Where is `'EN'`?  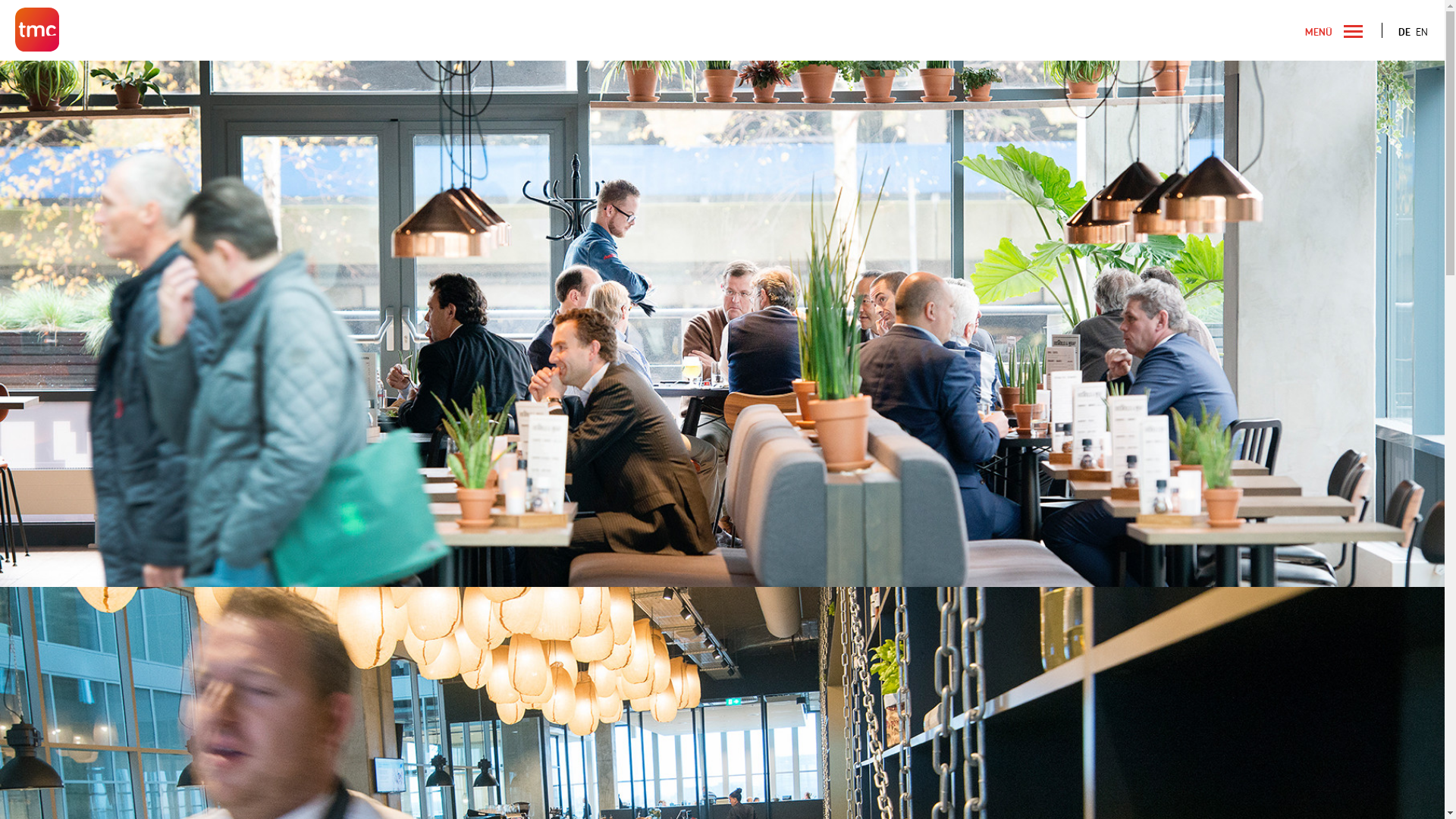 'EN' is located at coordinates (1421, 32).